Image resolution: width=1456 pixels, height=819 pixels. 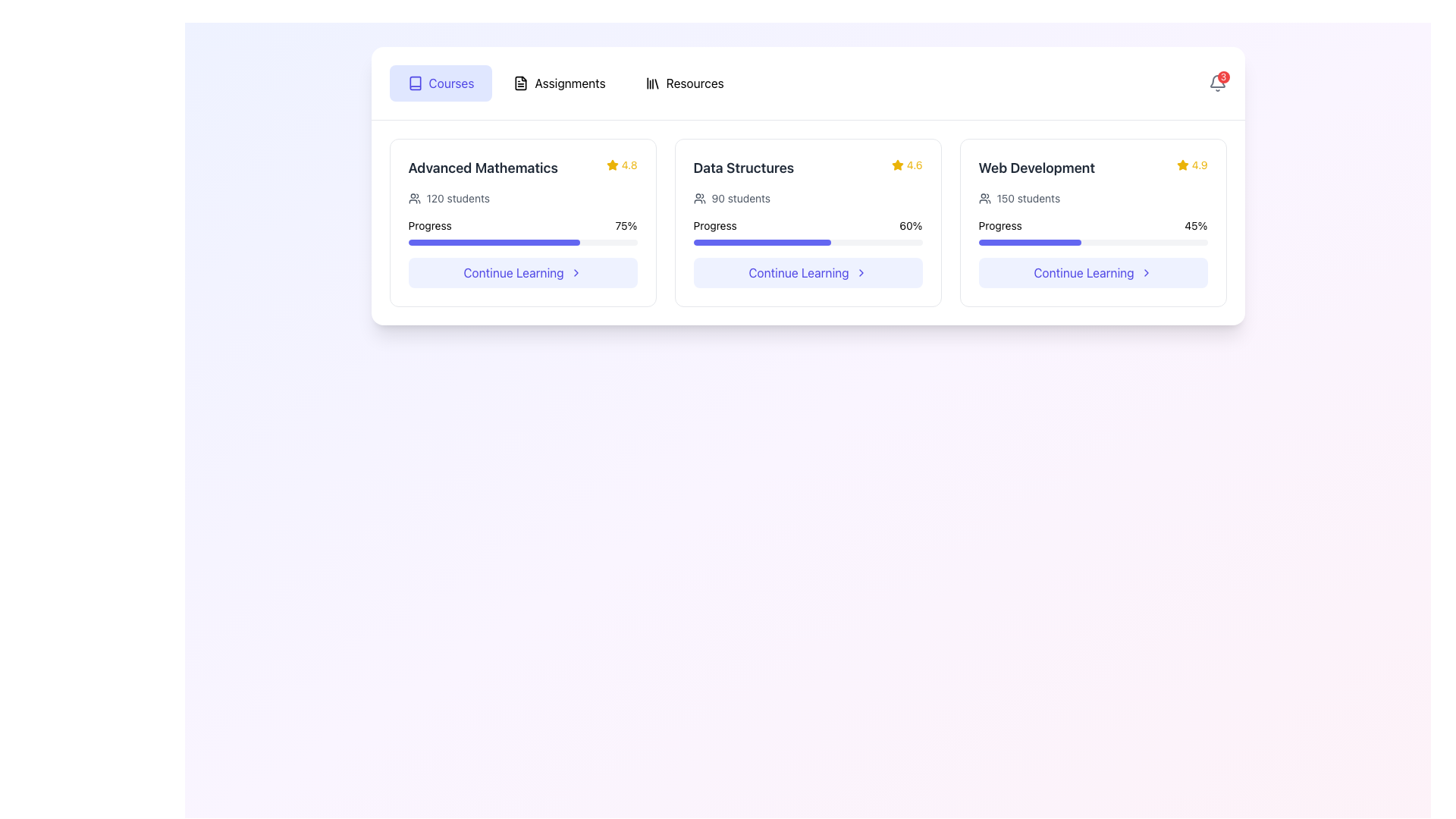 I want to click on percentage displayed in the text component showing '75%', which is located next to the term 'Progress' in the 'Advanced Mathematics' card, so click(x=626, y=225).